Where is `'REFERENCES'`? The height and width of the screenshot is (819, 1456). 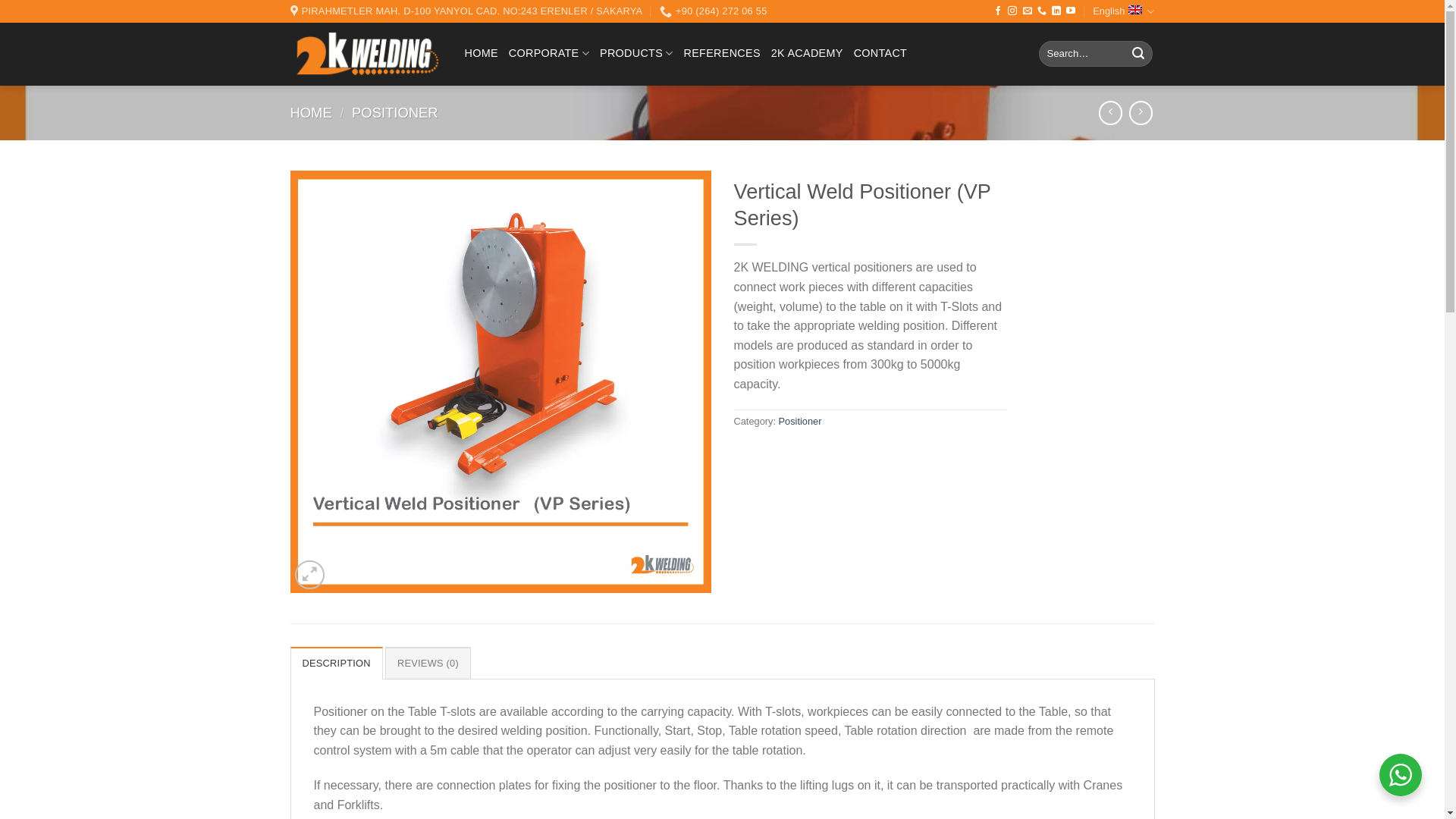 'REFERENCES' is located at coordinates (721, 52).